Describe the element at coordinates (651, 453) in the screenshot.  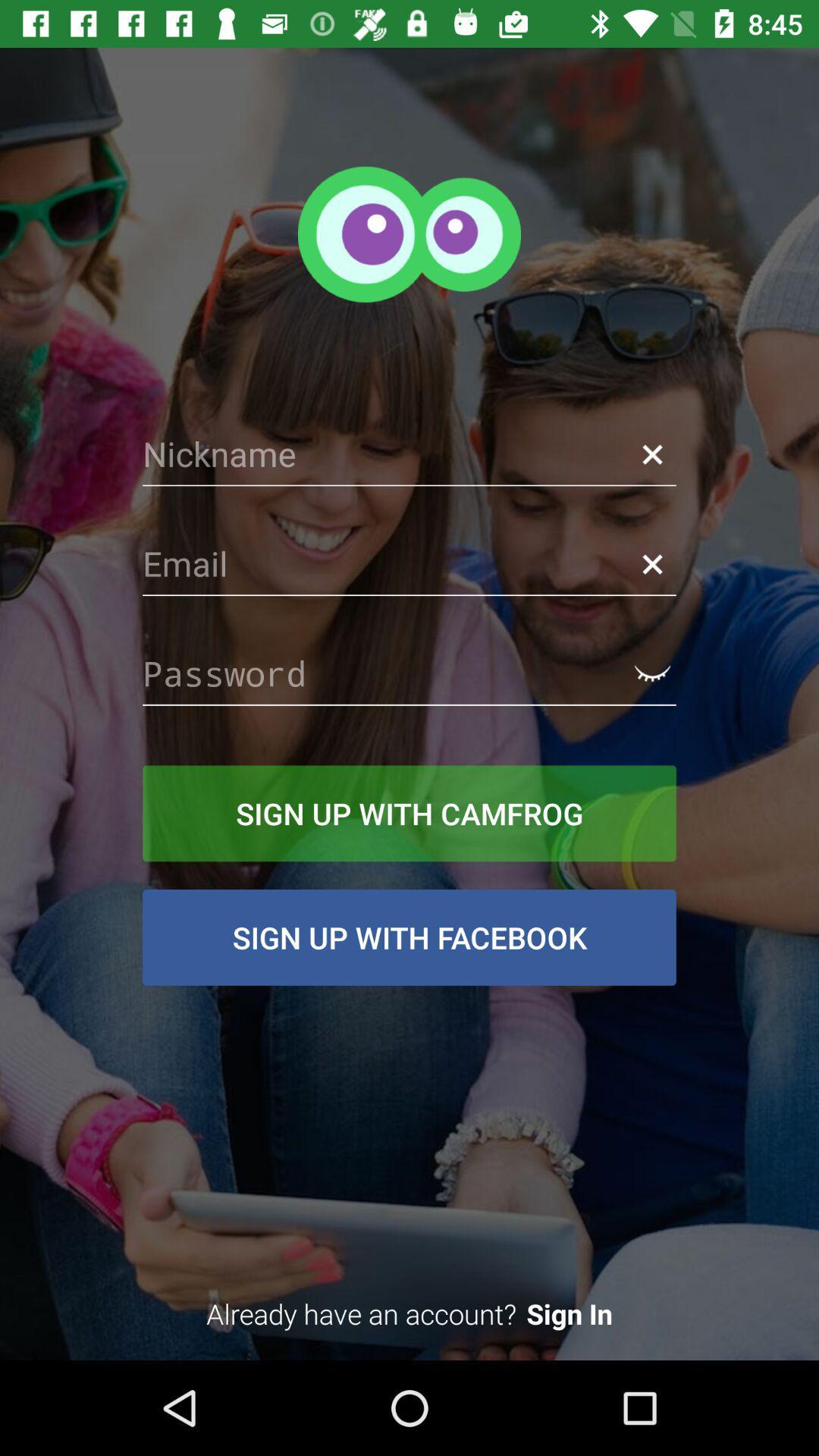
I see `the close icon` at that location.